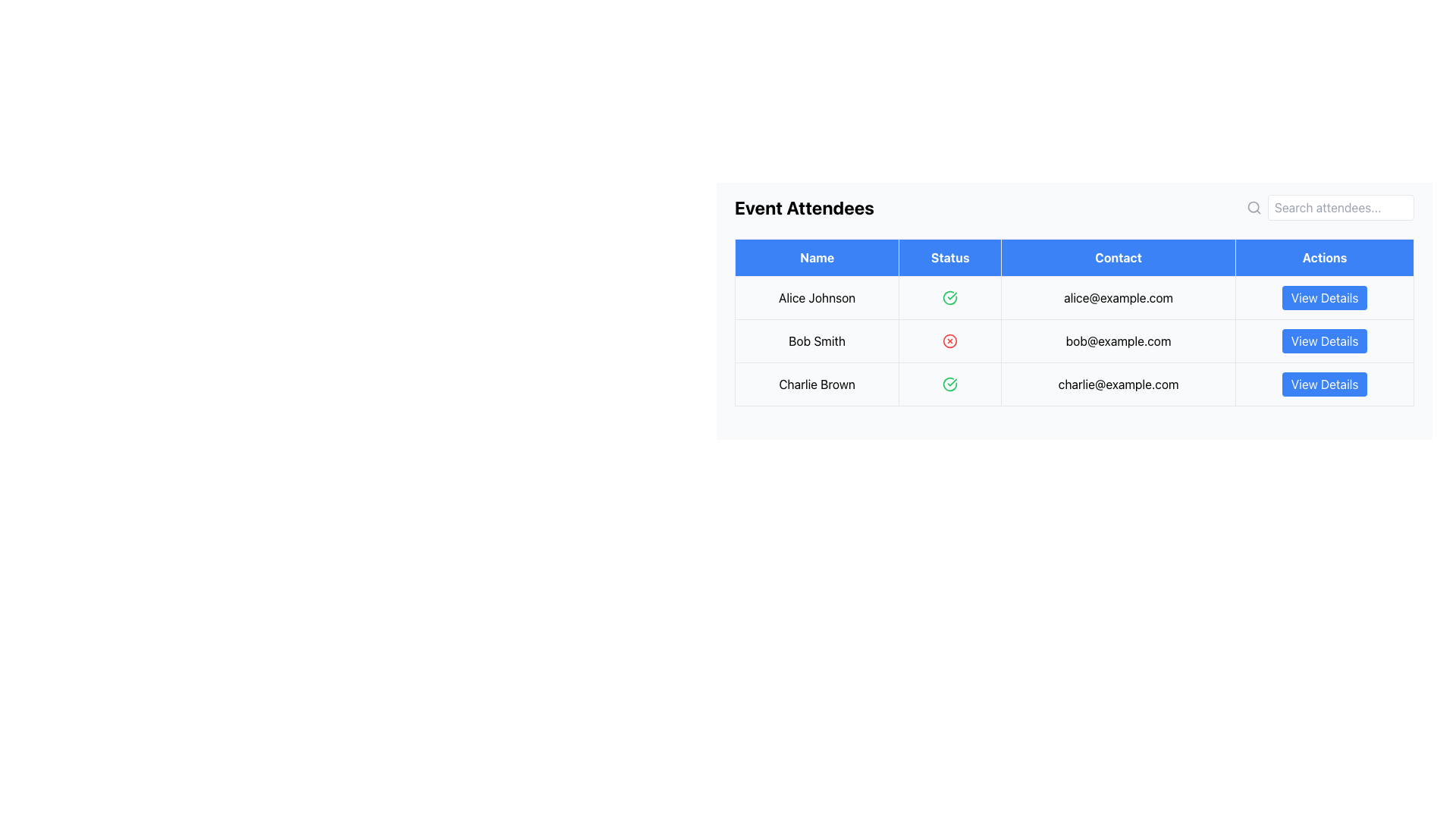 This screenshot has width=1456, height=819. I want to click on text label displaying the email address 'charlie@example.com' located in the third row of the table under the 'Contact' column, so click(1119, 383).